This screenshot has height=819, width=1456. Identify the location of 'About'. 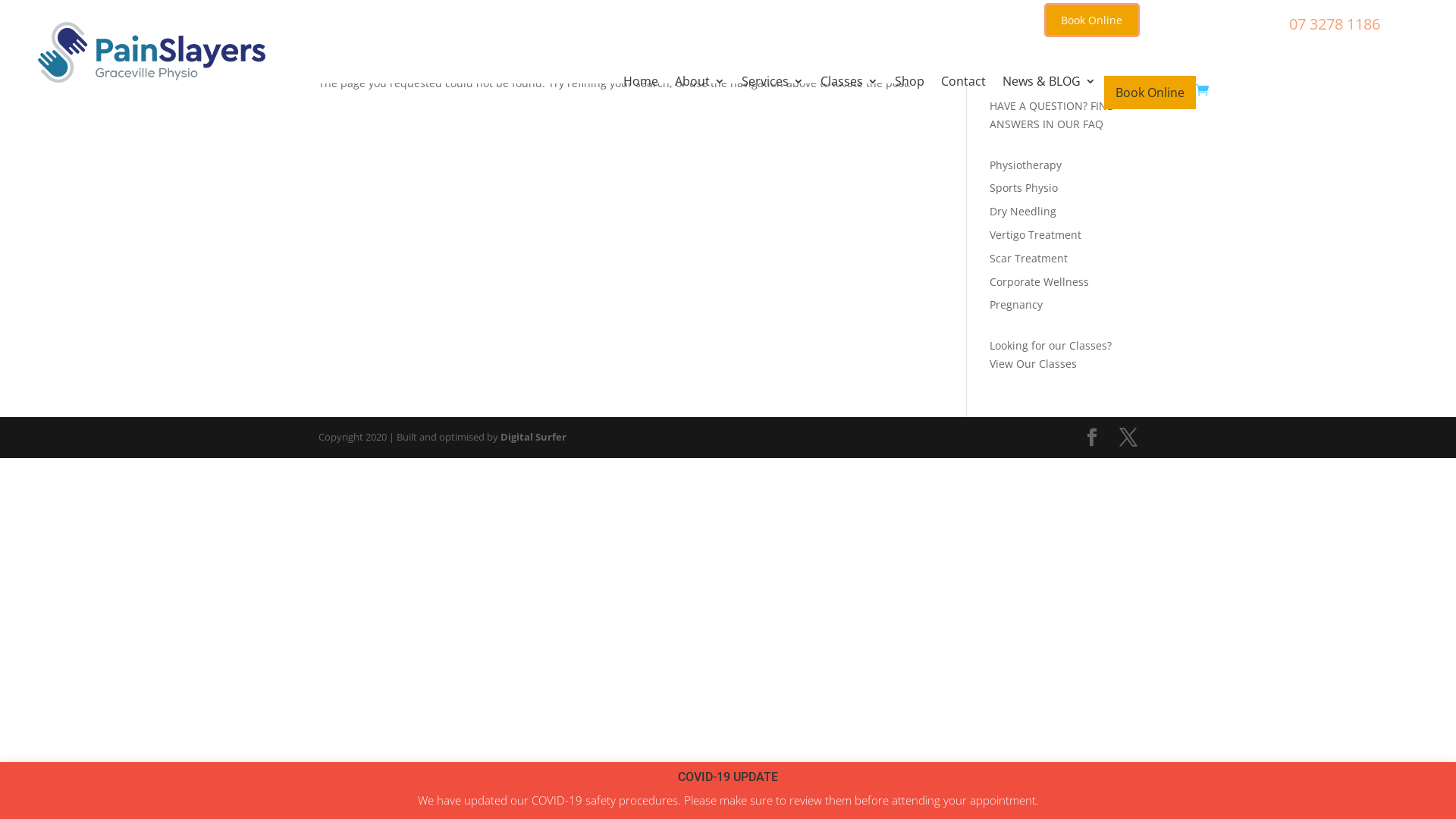
(698, 93).